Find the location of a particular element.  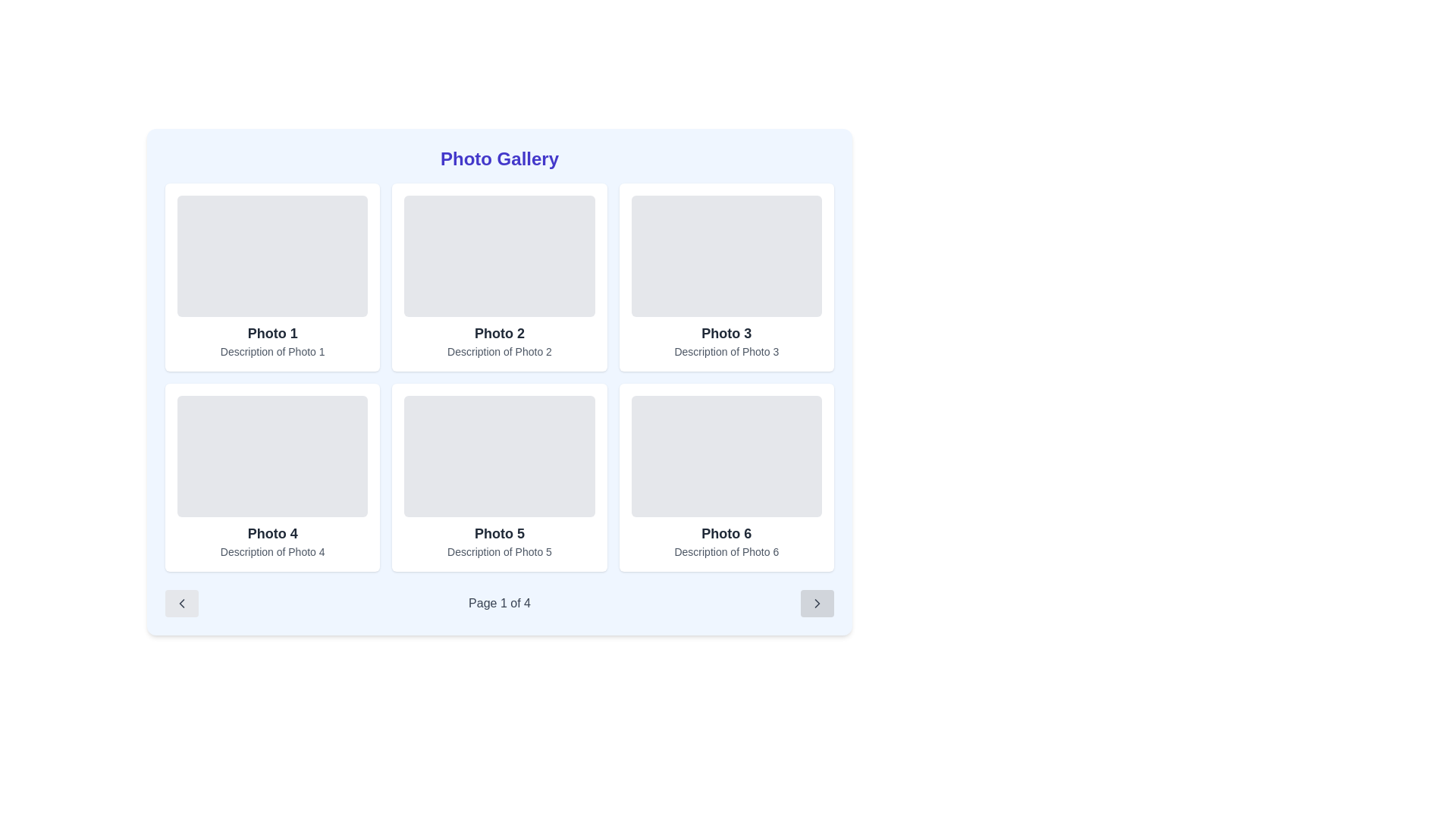

the static text label located beneath the title 'Photo 4' to provide additional context is located at coordinates (272, 552).